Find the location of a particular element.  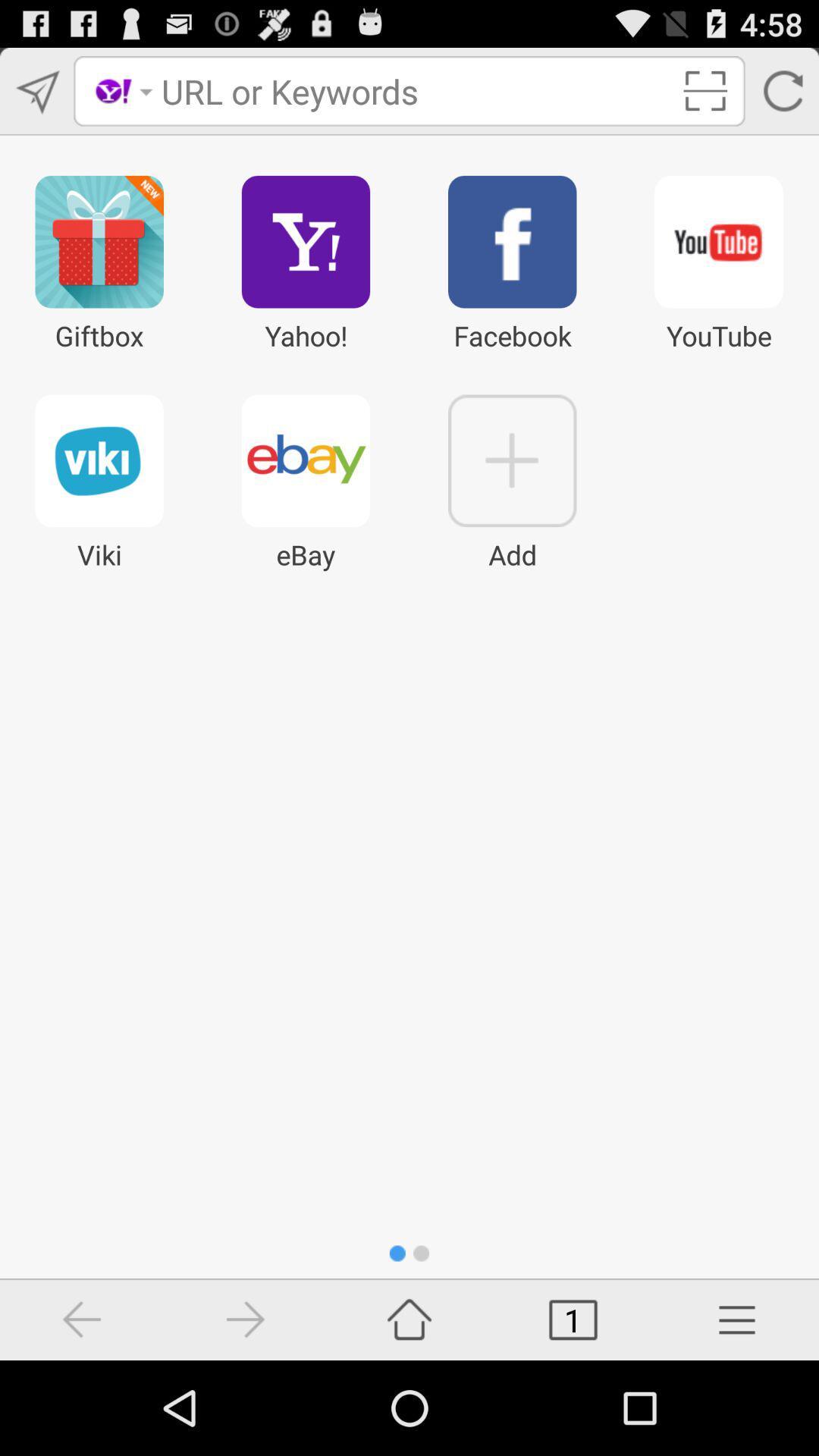

the facebook icon is located at coordinates (512, 272).